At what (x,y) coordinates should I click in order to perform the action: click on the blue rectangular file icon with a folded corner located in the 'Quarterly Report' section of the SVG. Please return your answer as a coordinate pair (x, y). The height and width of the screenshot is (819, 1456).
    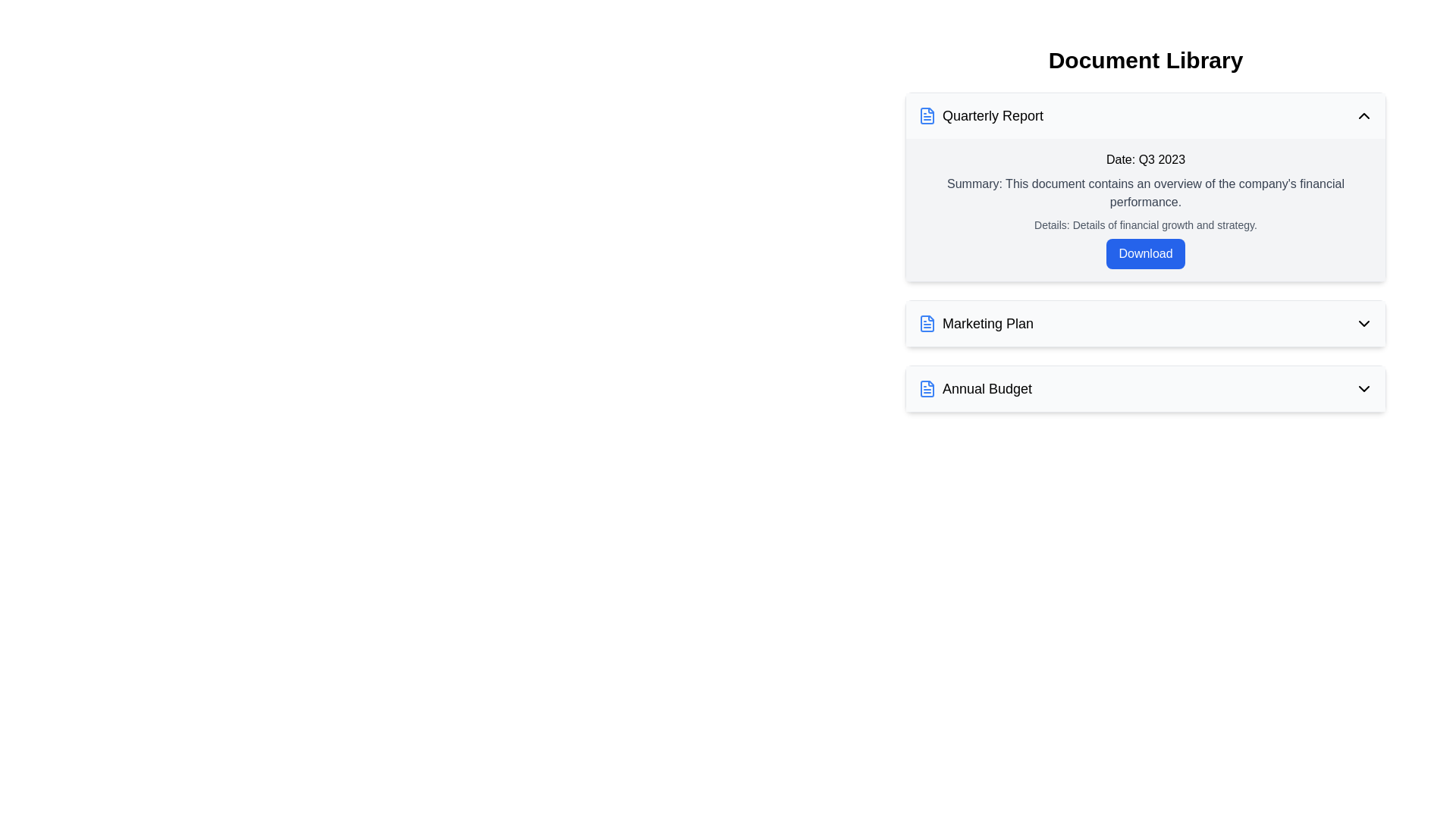
    Looking at the image, I should click on (927, 115).